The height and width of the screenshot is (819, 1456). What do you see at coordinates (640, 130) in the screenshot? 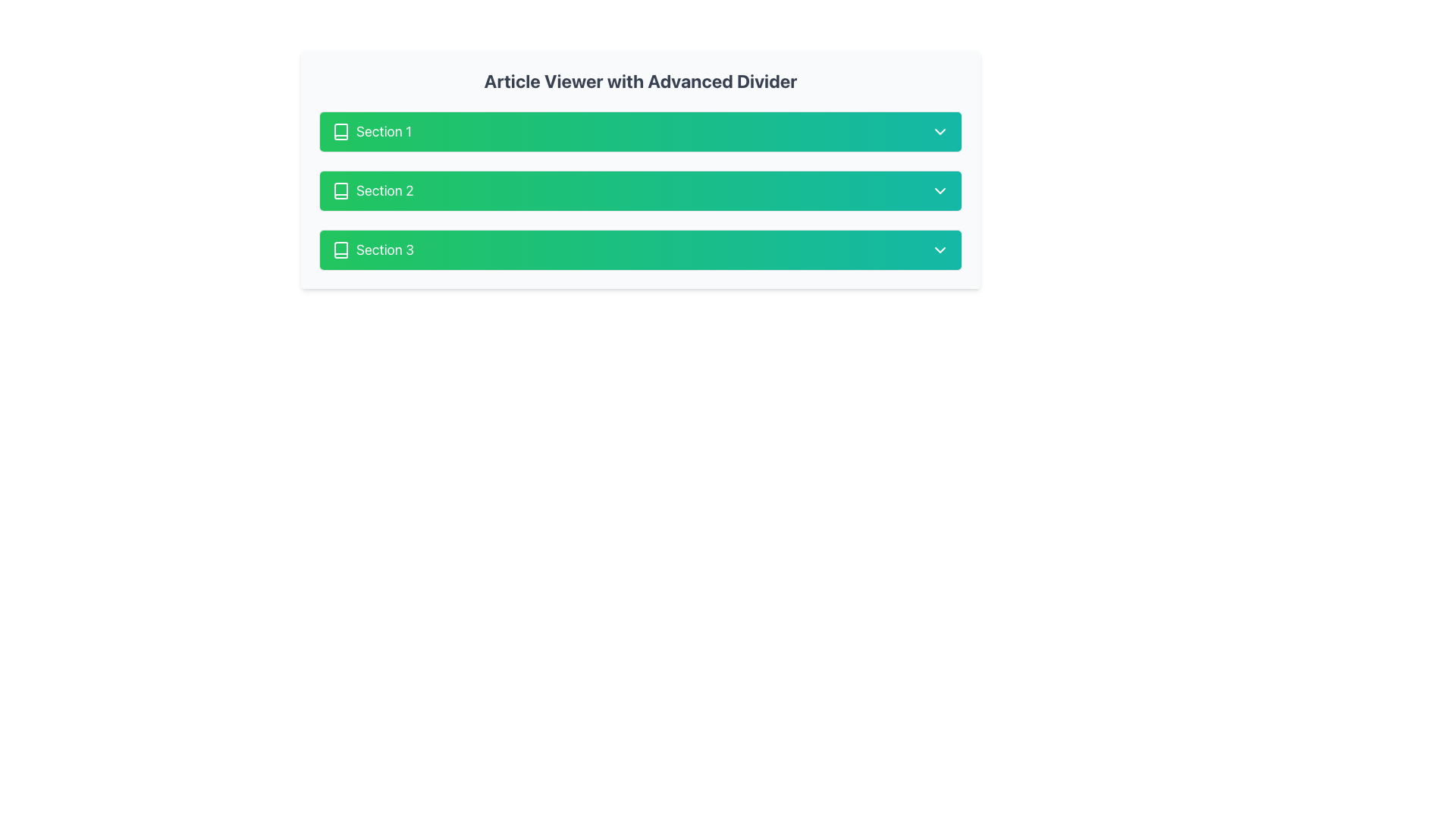
I see `the first button in the list under 'Article Viewer with Advanced Divider'` at bounding box center [640, 130].